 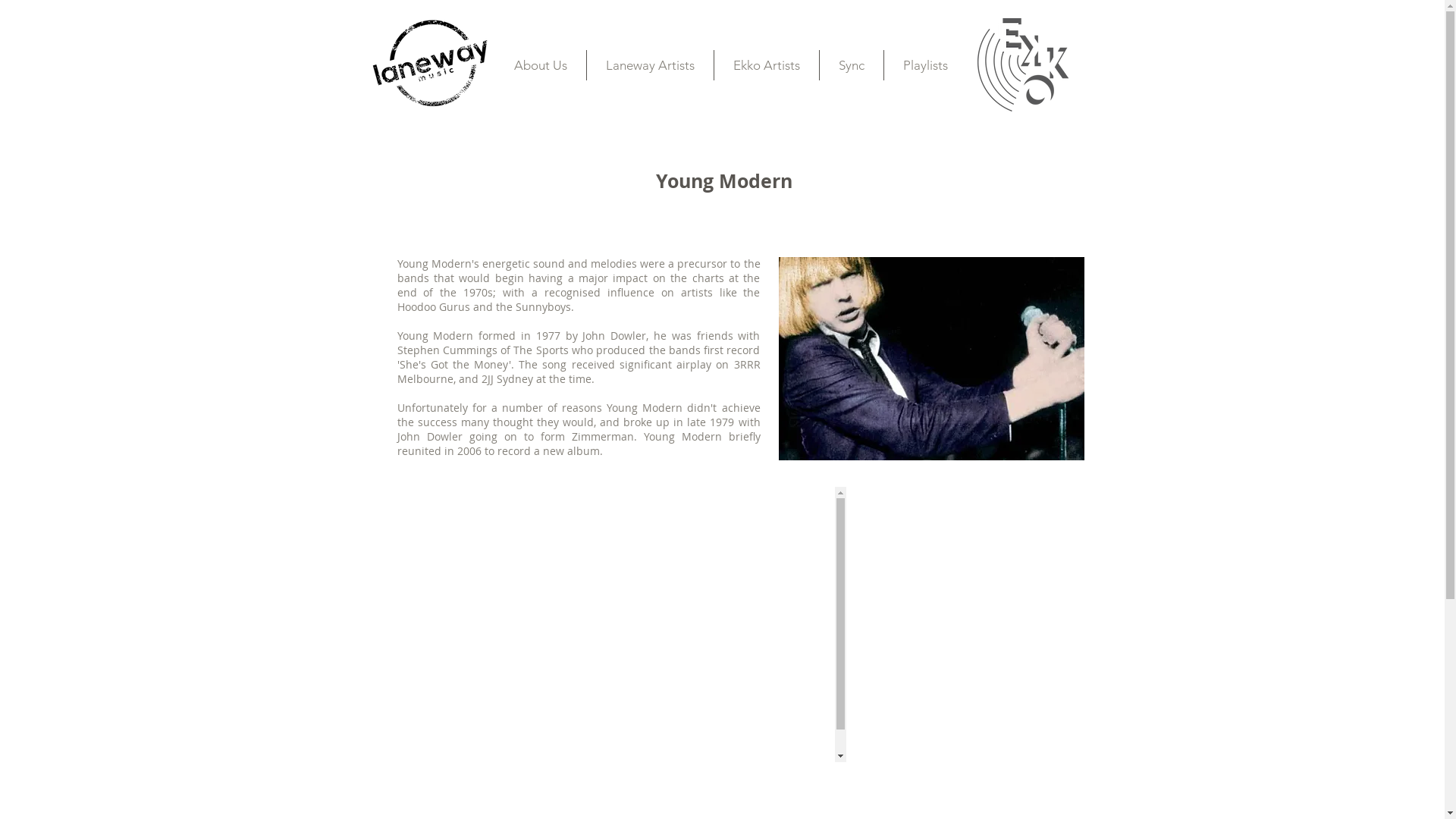 I want to click on 'Sync', so click(x=851, y=64).